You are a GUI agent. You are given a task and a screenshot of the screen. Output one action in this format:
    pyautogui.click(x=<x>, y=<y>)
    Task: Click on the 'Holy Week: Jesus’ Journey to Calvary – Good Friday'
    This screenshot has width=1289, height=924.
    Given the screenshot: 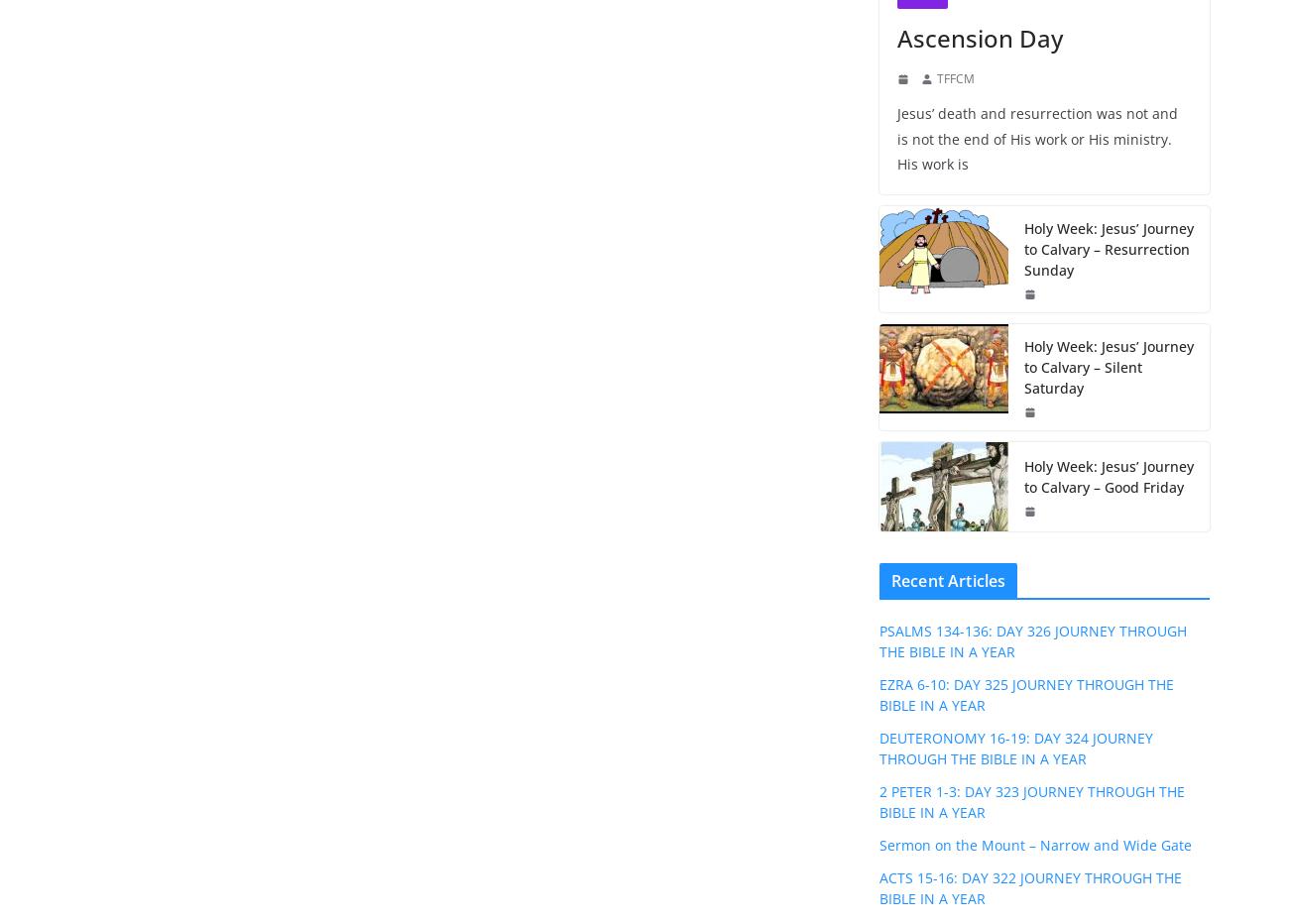 What is the action you would take?
    pyautogui.click(x=1108, y=476)
    